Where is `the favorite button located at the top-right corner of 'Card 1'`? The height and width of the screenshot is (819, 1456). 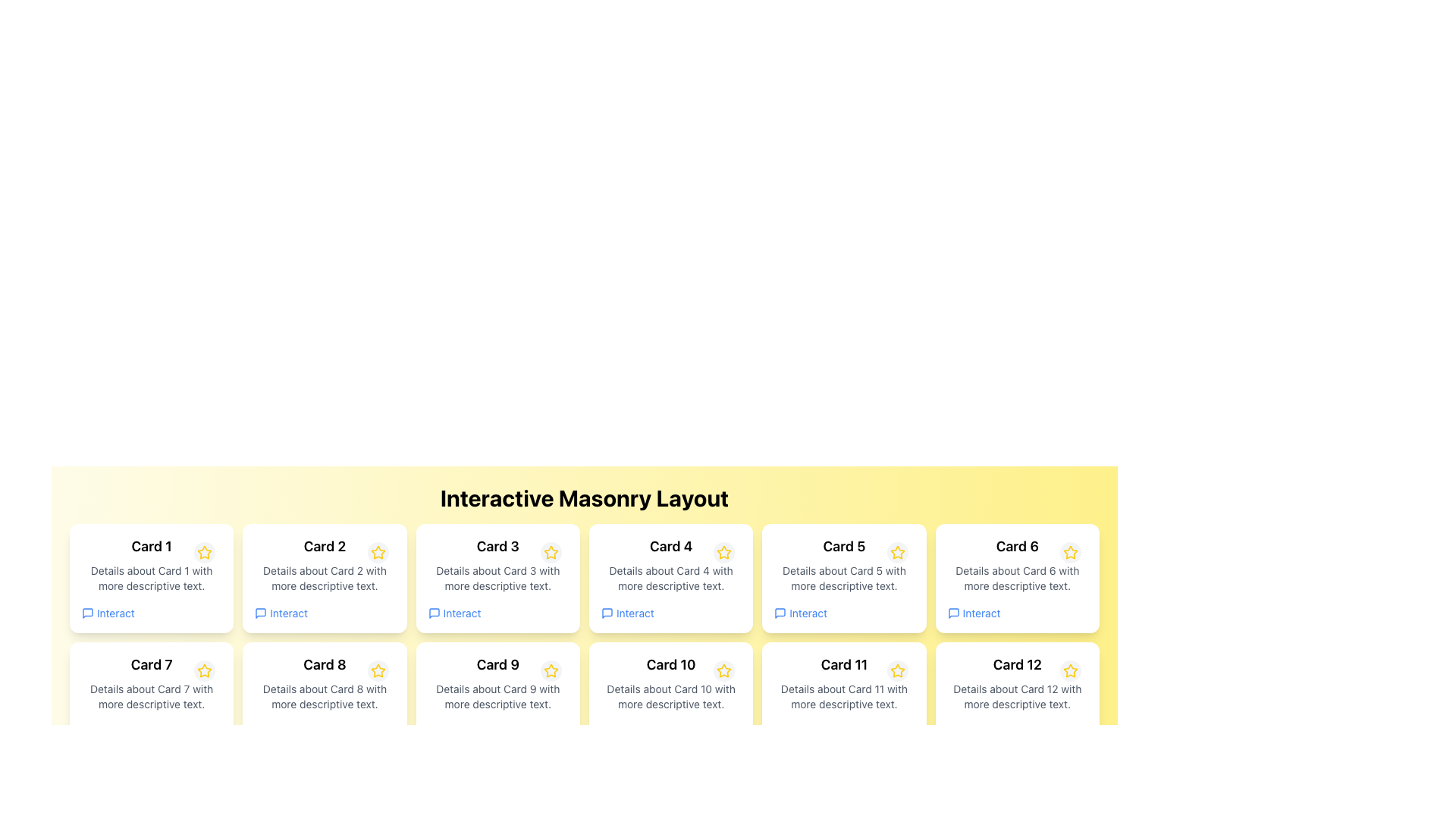 the favorite button located at the top-right corner of 'Card 1' is located at coordinates (204, 553).